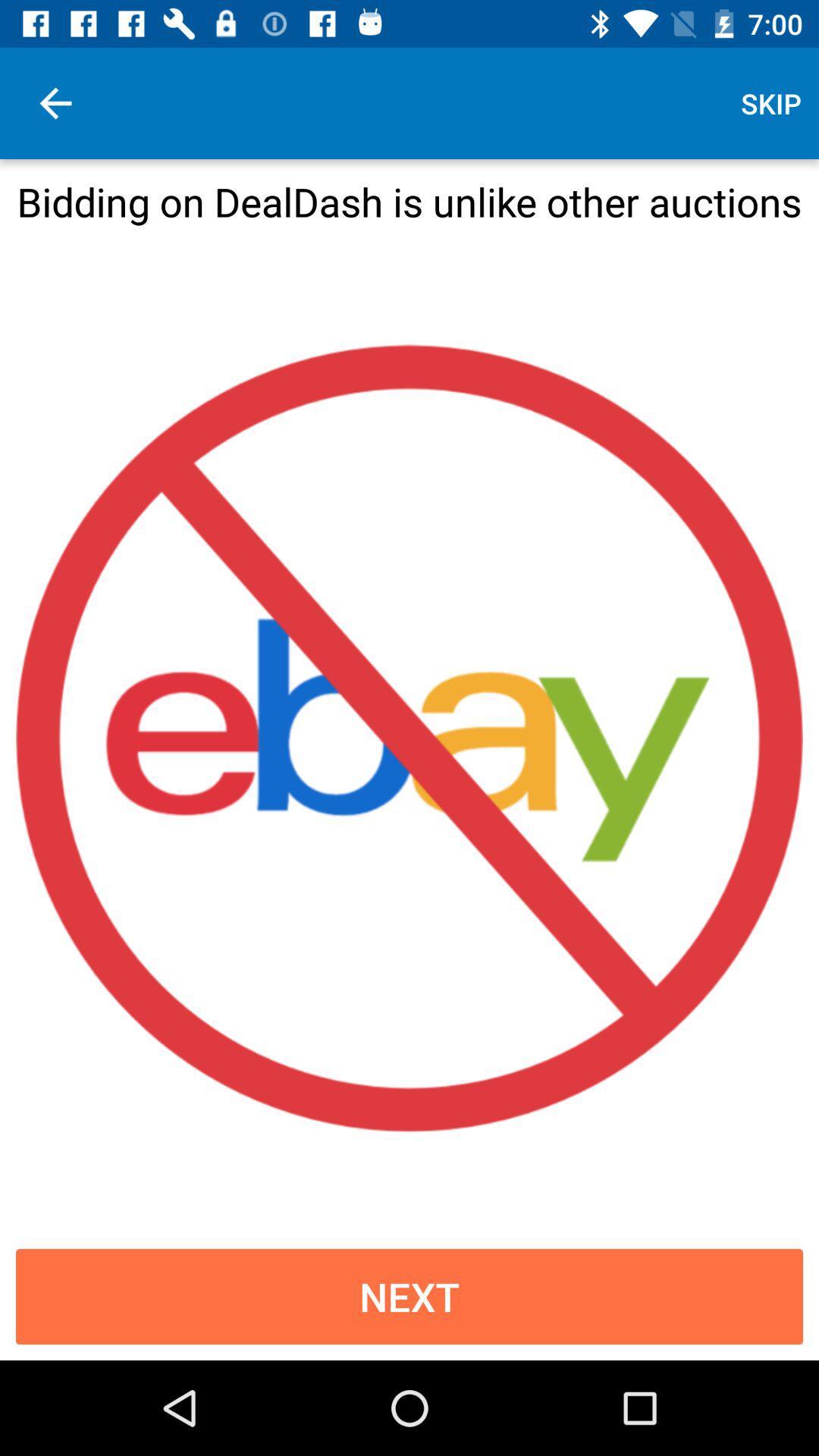 The height and width of the screenshot is (1456, 819). What do you see at coordinates (409, 1295) in the screenshot?
I see `next icon` at bounding box center [409, 1295].